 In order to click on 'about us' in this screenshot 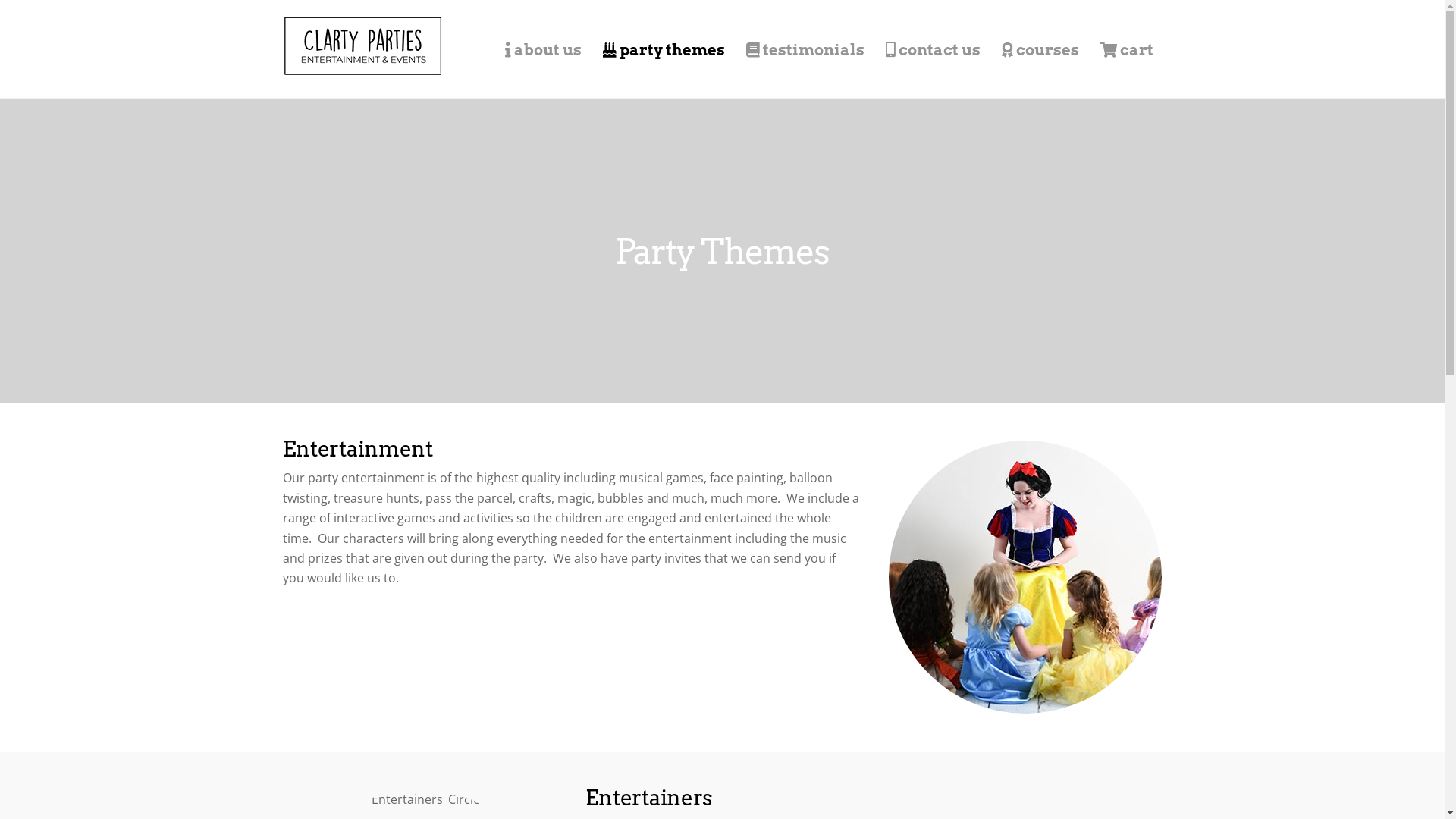, I will do `click(543, 49)`.